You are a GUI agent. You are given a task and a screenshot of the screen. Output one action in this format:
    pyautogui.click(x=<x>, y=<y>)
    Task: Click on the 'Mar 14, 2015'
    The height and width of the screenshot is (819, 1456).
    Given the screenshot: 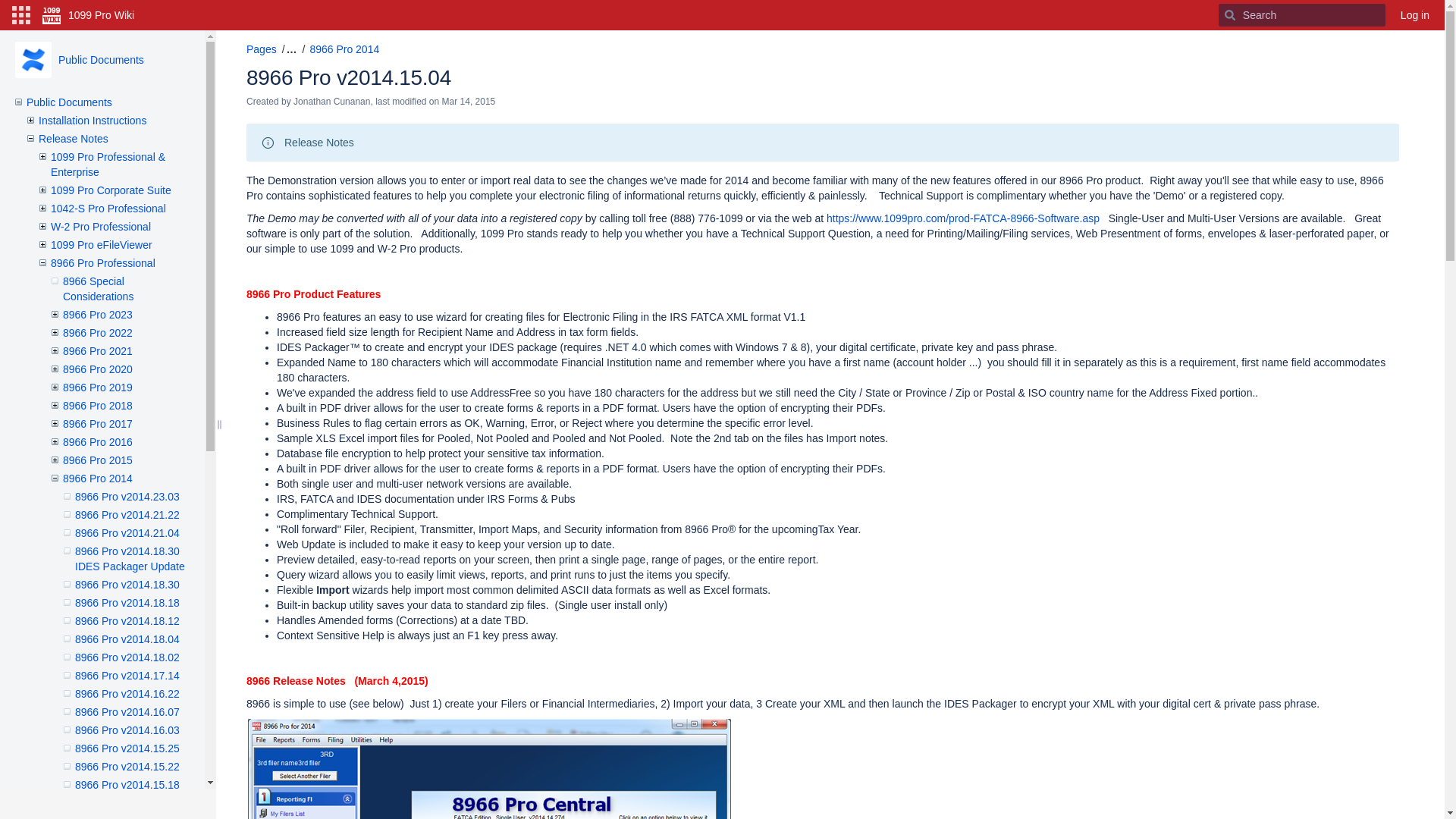 What is the action you would take?
    pyautogui.click(x=441, y=102)
    